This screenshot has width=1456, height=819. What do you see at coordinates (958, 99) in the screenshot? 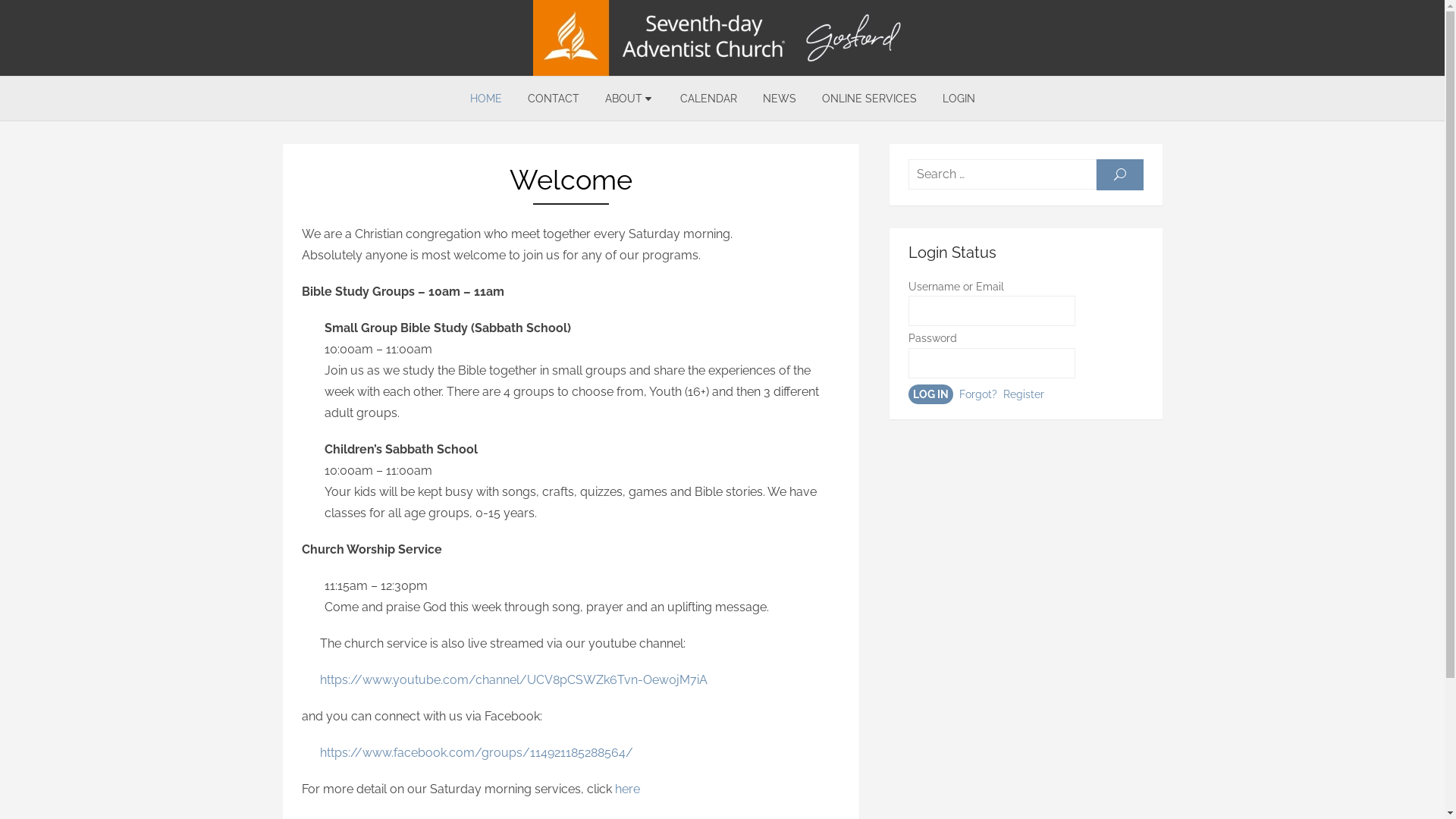
I see `'LOGIN'` at bounding box center [958, 99].